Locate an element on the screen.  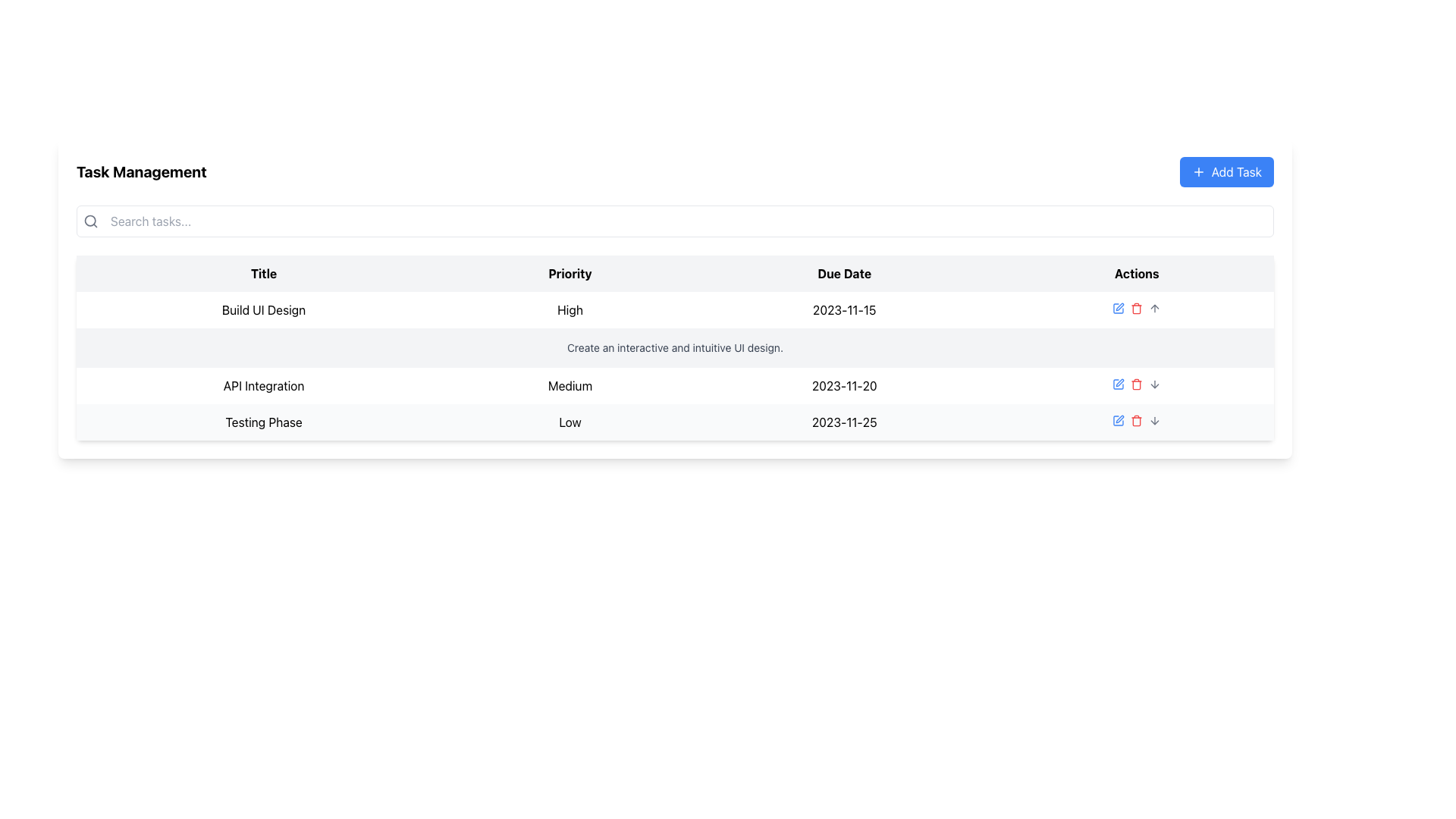
the text label displaying 'Medium' in the 'Priority' column of the task row for 'API Integration' is located at coordinates (570, 385).